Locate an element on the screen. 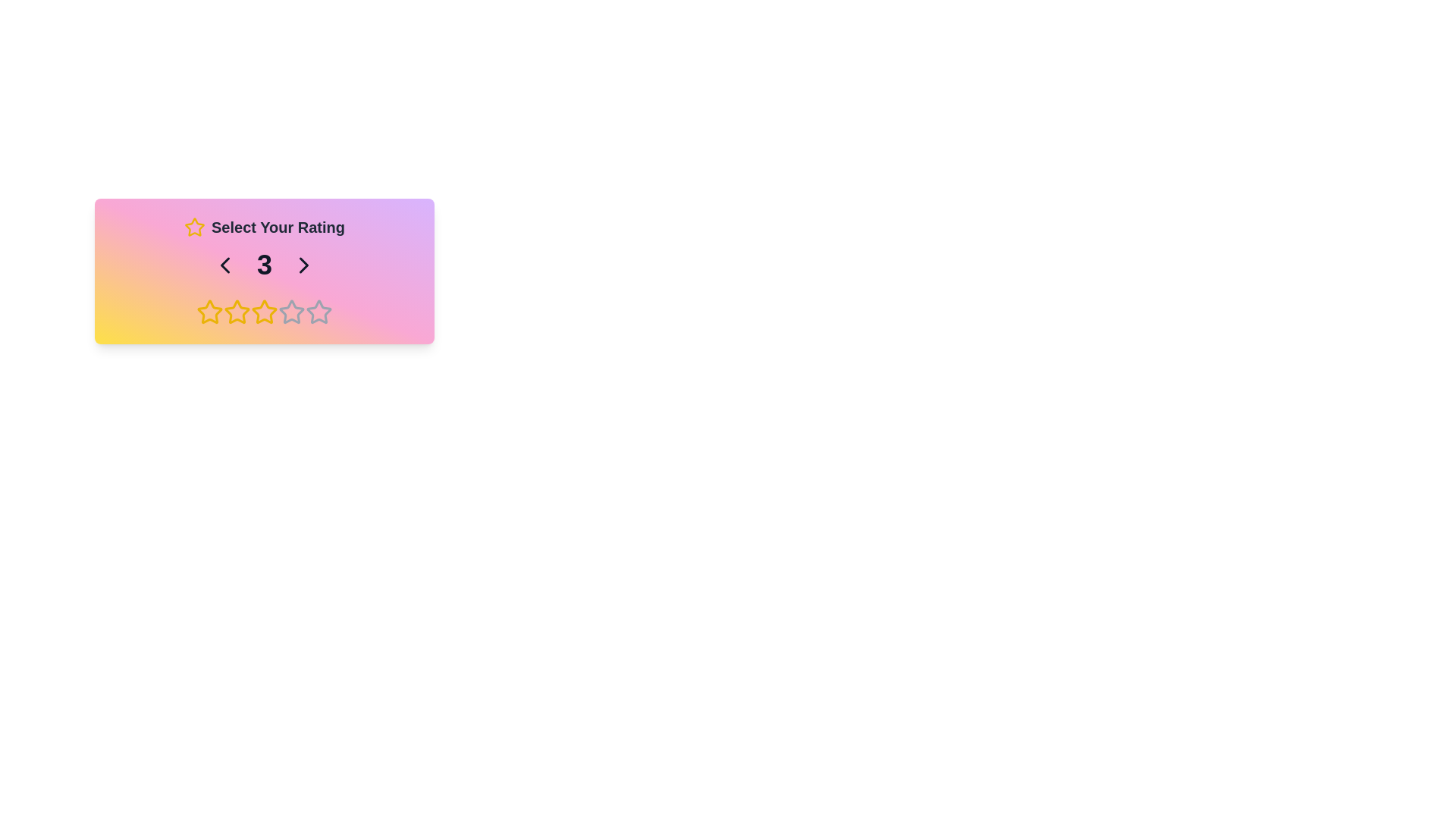  the third star icon in the rating system is located at coordinates (236, 312).